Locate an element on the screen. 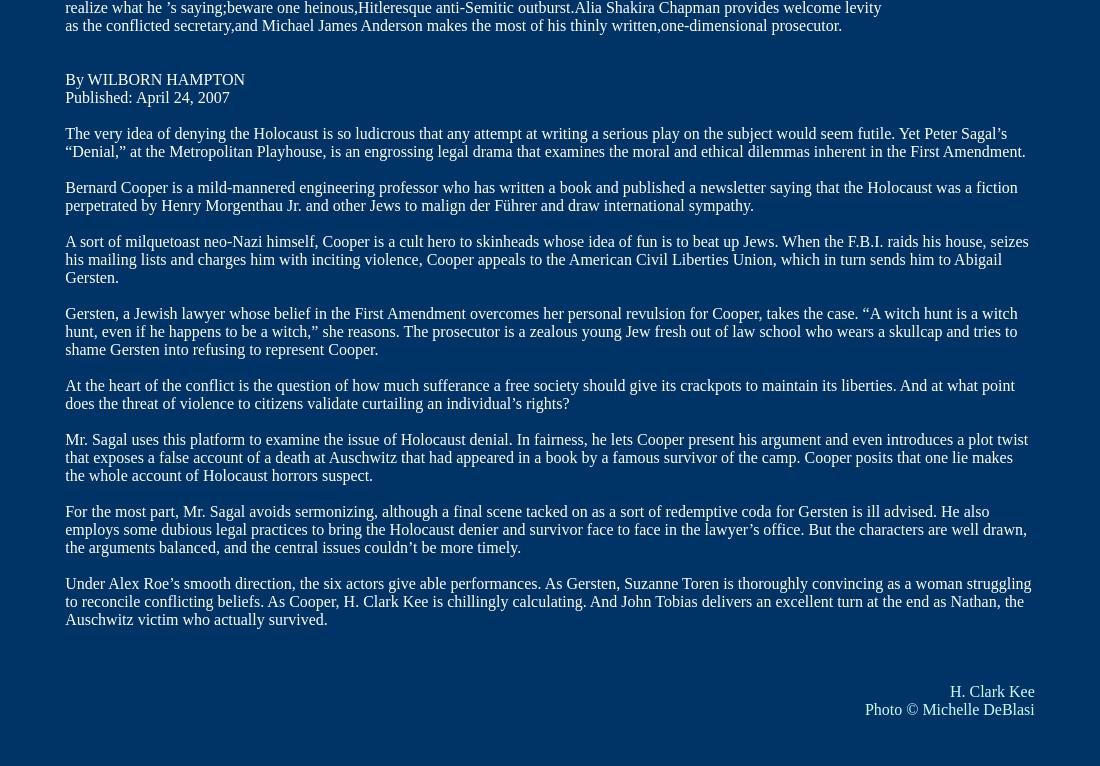 This screenshot has width=1100, height=766. 'H. Clark Kee' is located at coordinates (990, 690).